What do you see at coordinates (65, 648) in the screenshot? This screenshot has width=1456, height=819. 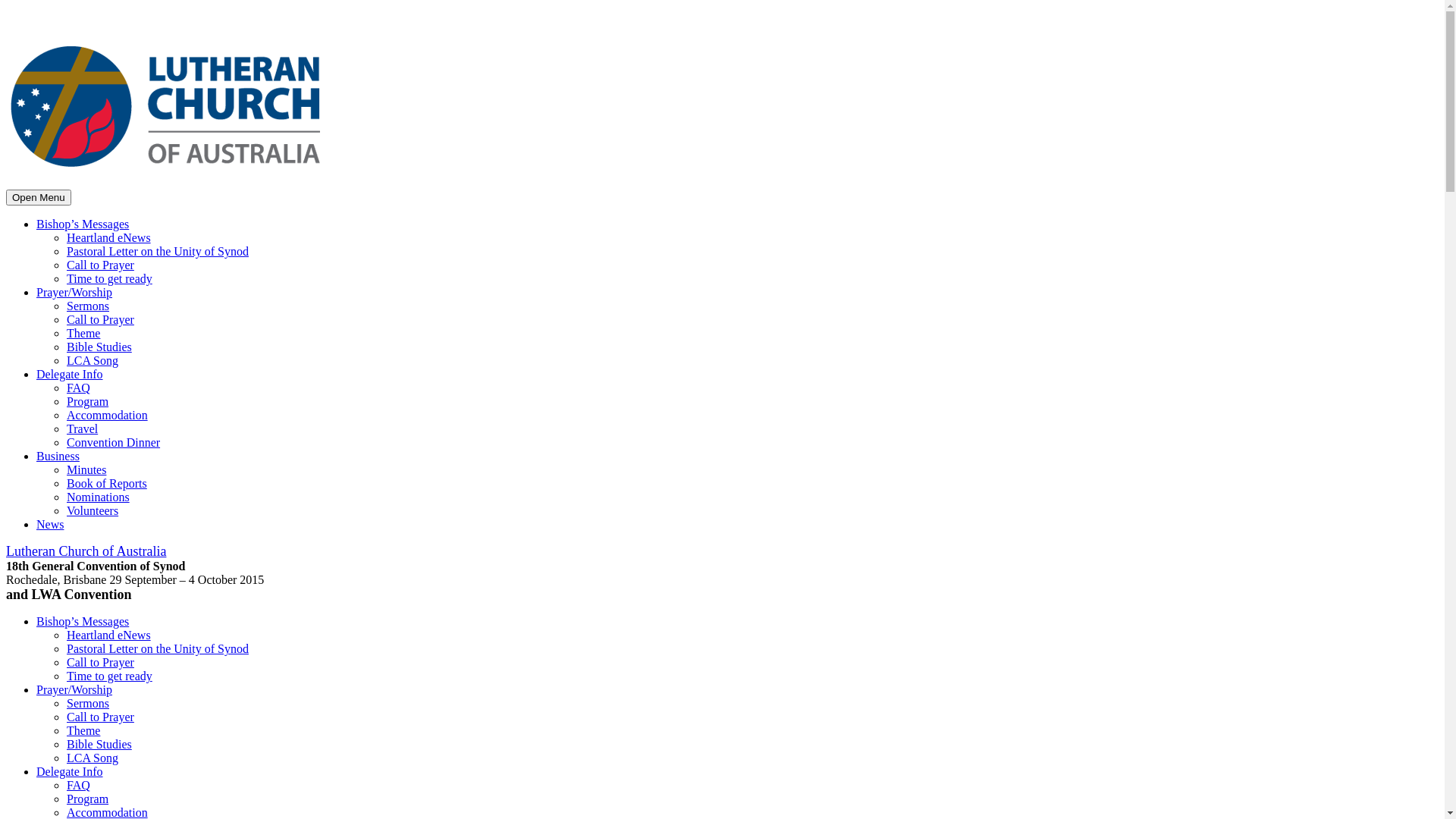 I see `'Pastoral Letter on the Unity of Synod'` at bounding box center [65, 648].